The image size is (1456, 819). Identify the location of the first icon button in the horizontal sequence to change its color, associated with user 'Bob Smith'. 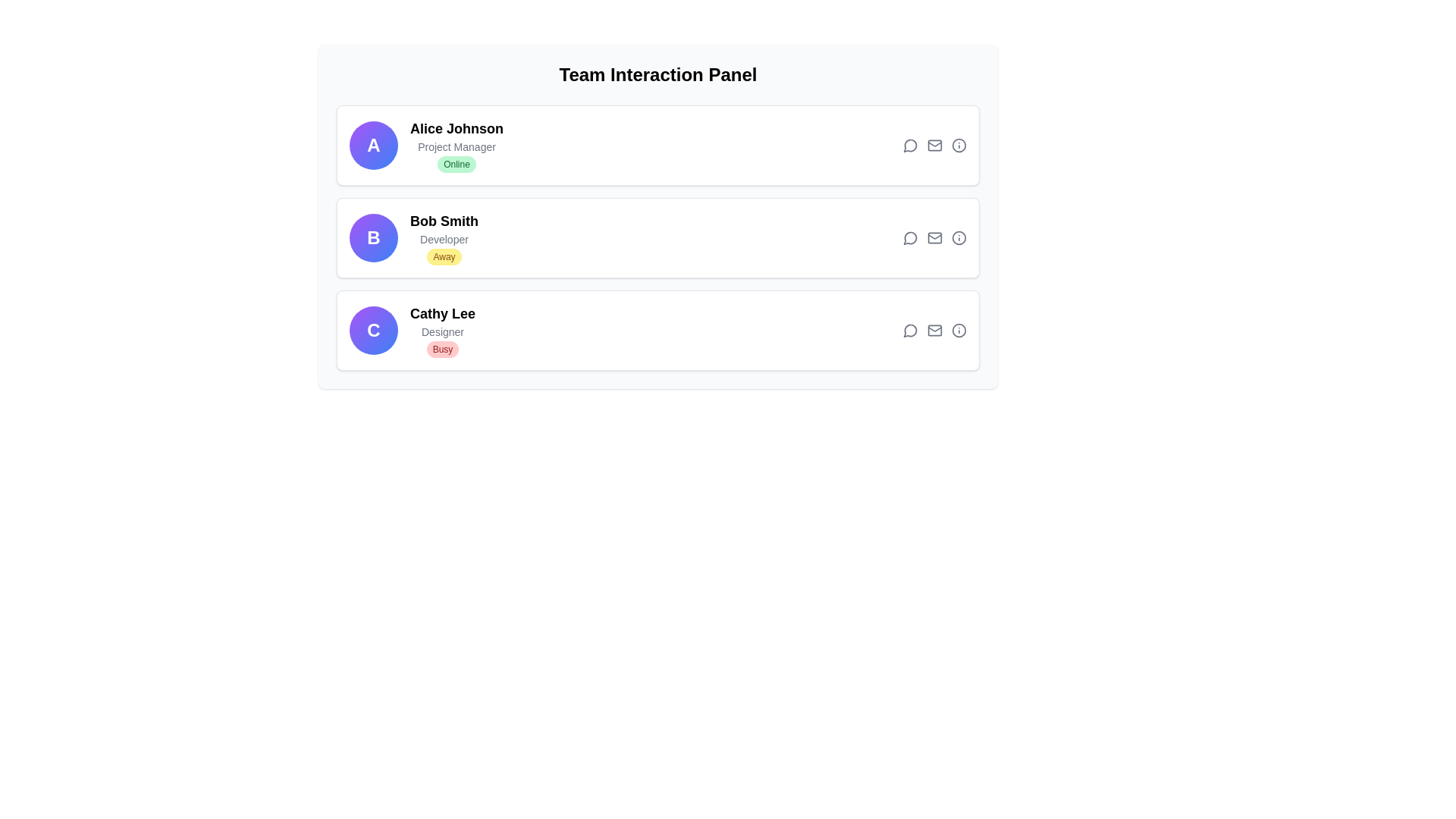
(910, 237).